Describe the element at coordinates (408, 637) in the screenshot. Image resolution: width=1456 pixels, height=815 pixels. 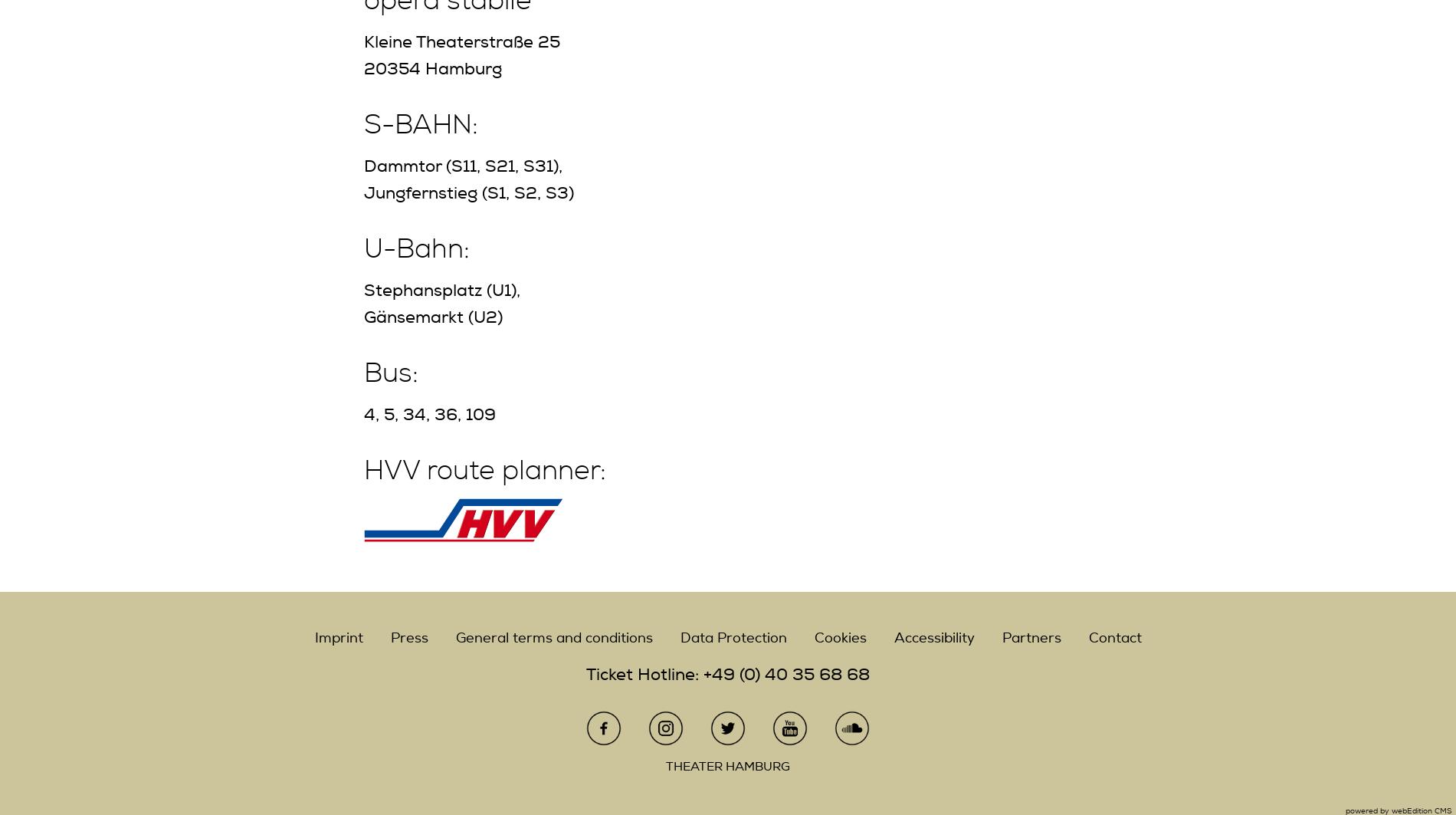
I see `'Press'` at that location.